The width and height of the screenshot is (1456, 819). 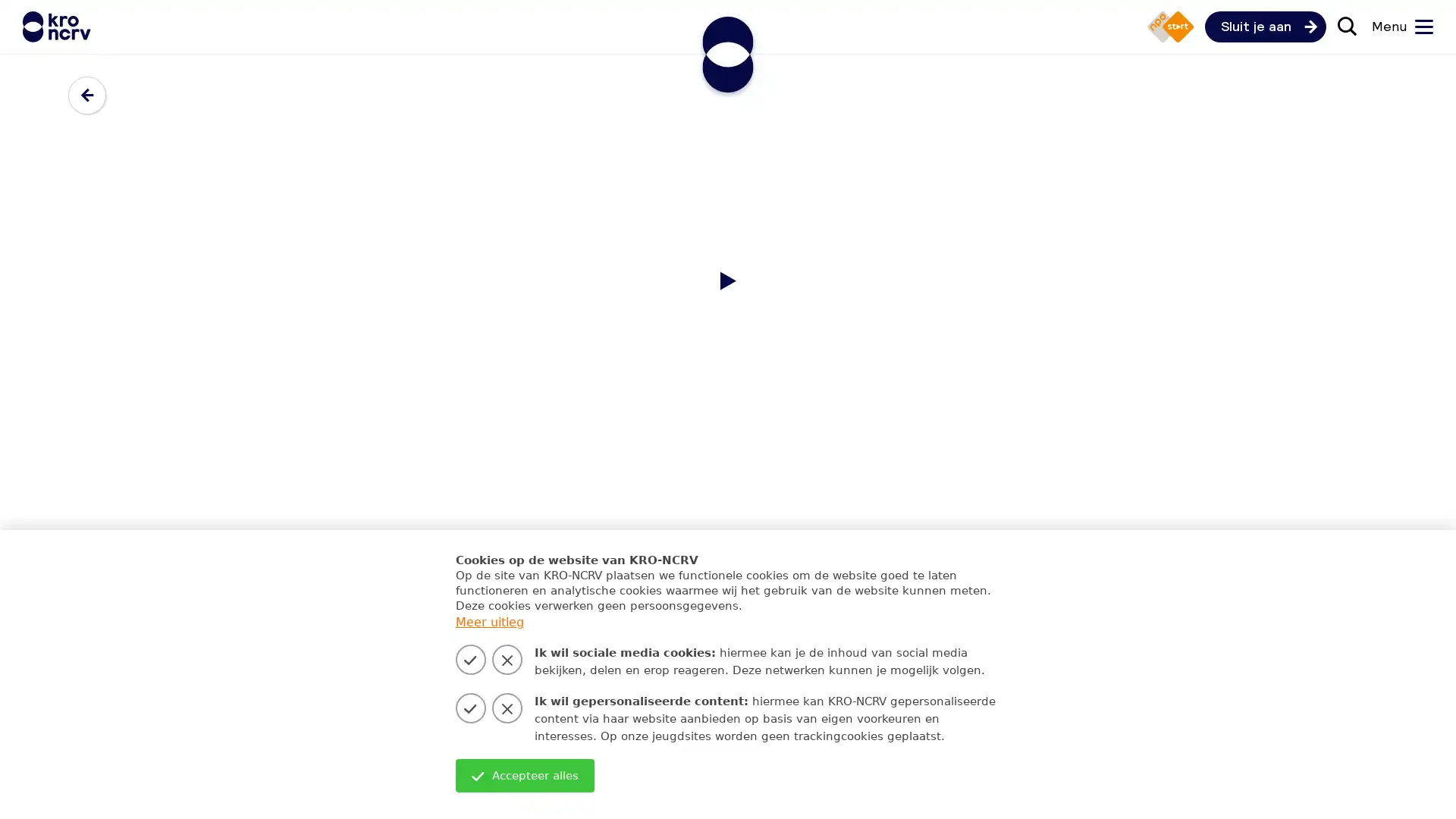 What do you see at coordinates (927, 225) in the screenshot?
I see `Zoeken` at bounding box center [927, 225].